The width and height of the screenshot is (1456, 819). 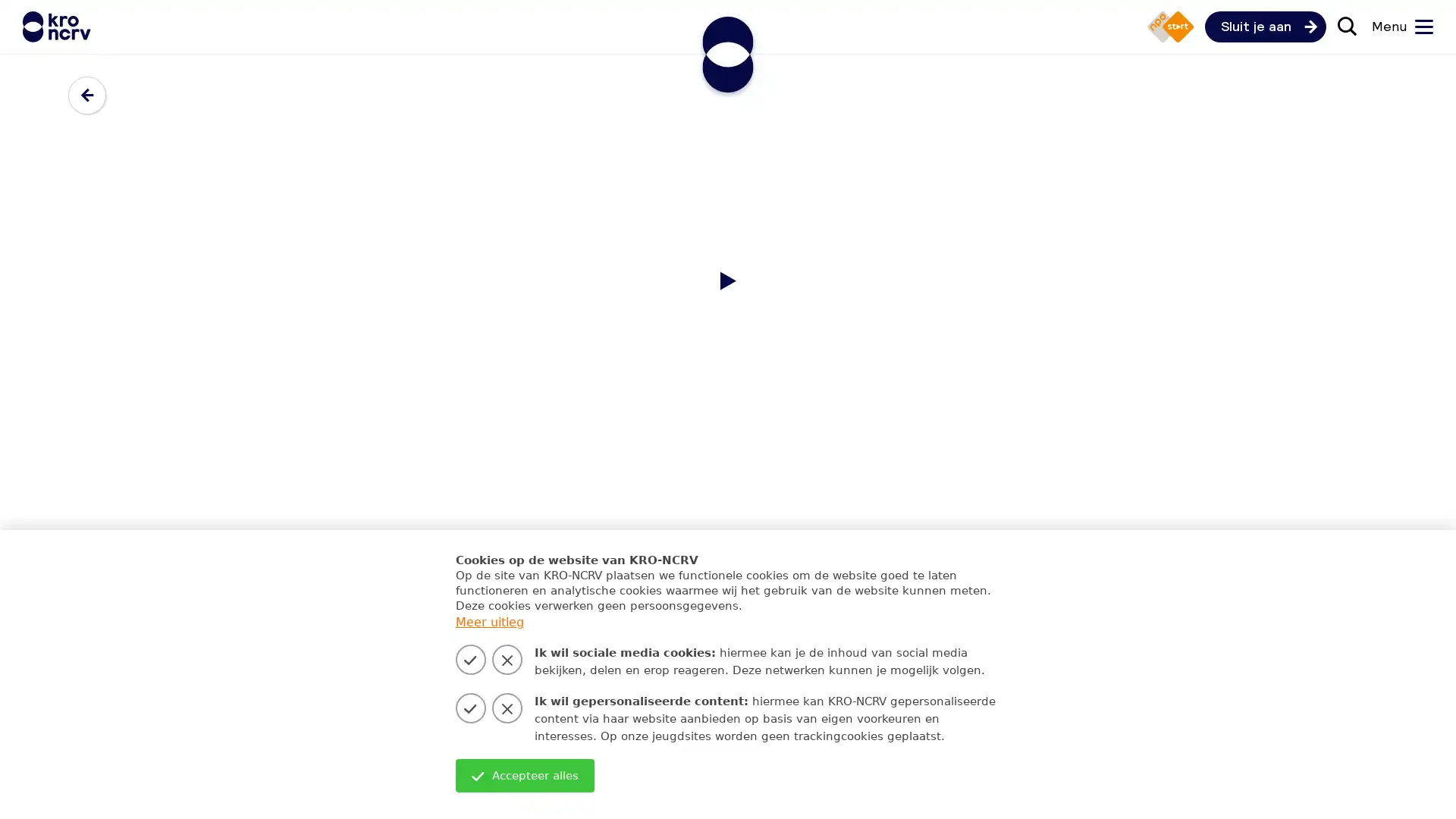 What do you see at coordinates (927, 225) in the screenshot?
I see `Zoeken` at bounding box center [927, 225].